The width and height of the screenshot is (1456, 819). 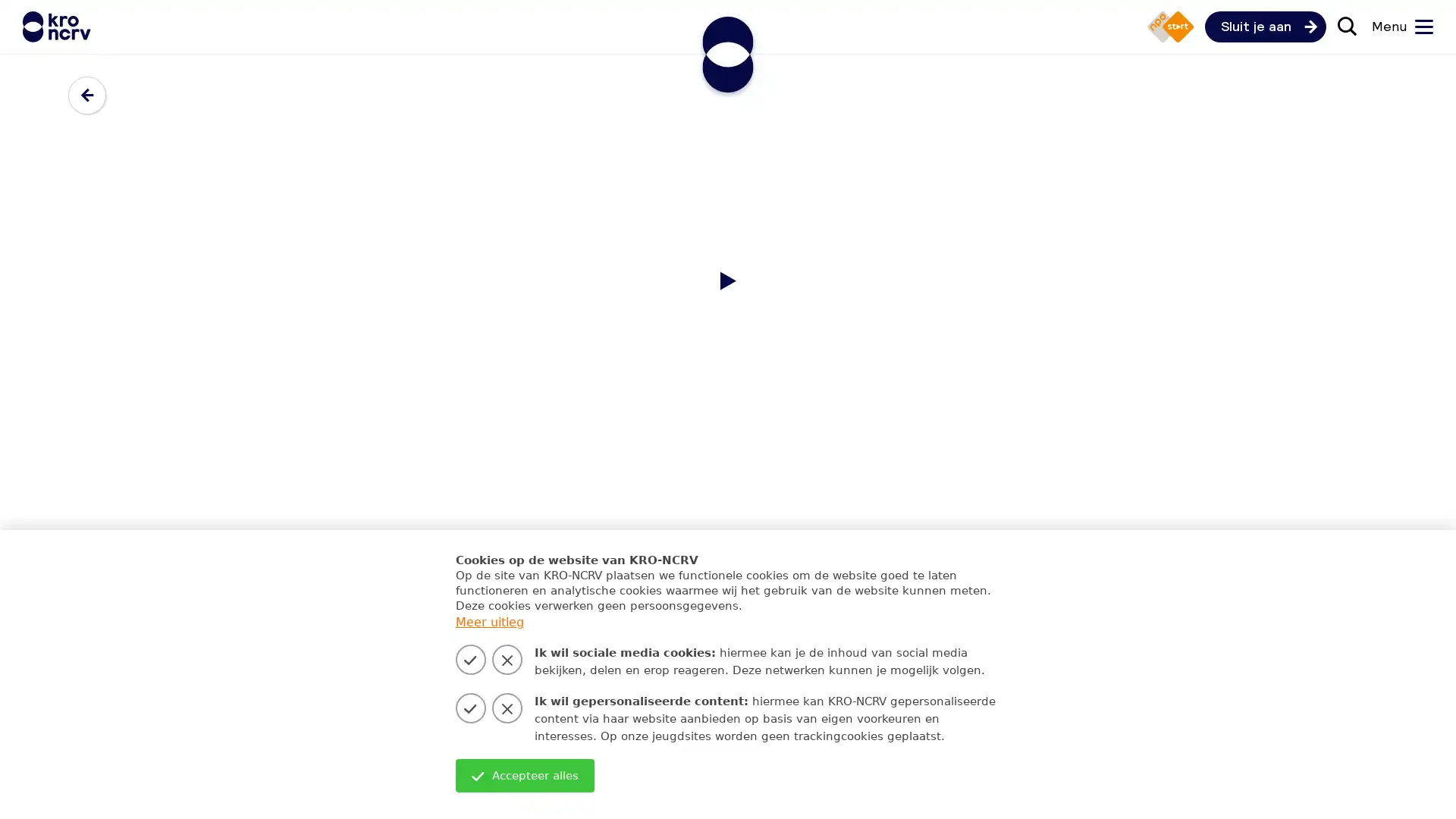 What do you see at coordinates (927, 225) in the screenshot?
I see `Zoeken` at bounding box center [927, 225].